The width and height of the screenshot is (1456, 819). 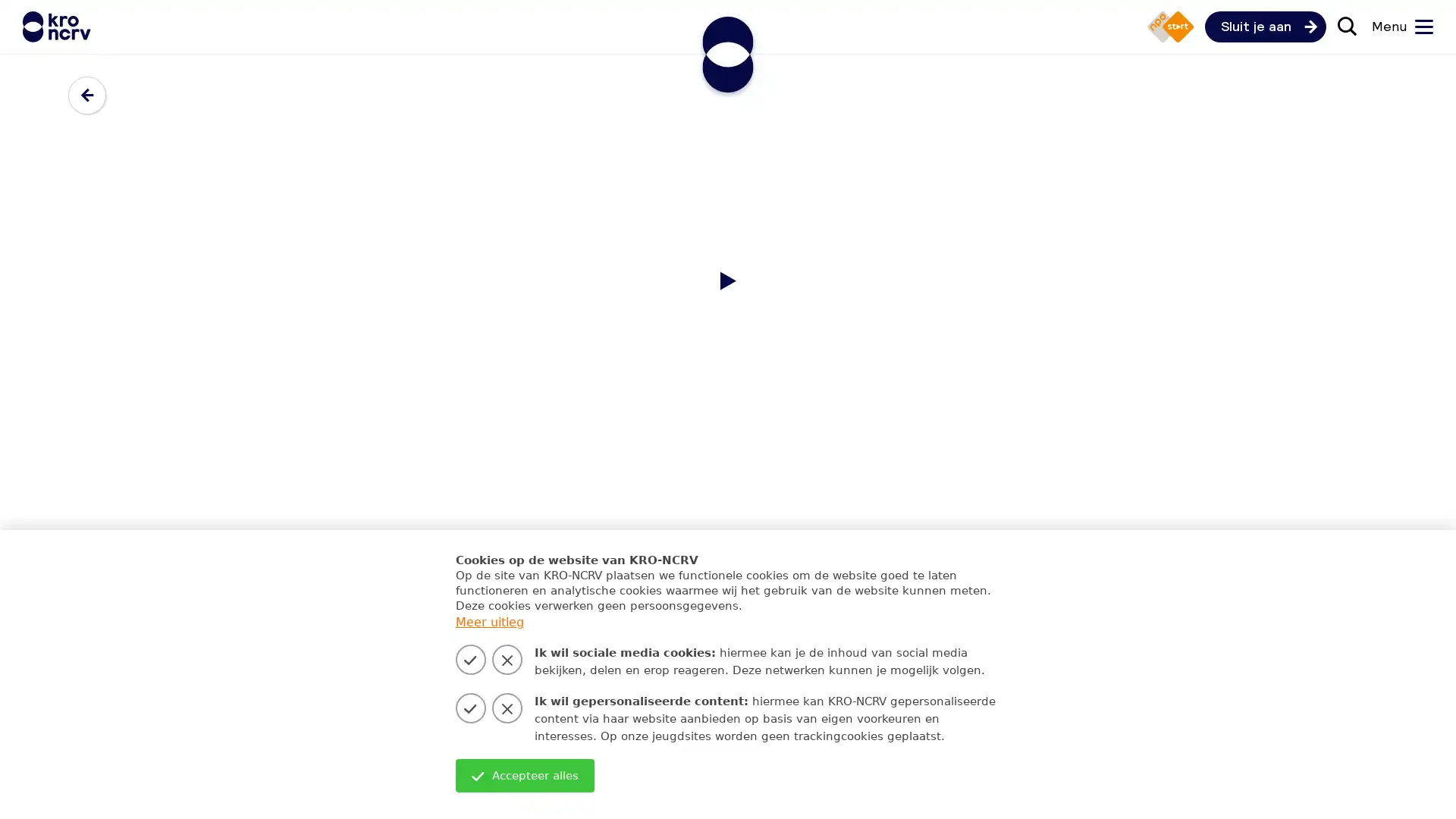 What do you see at coordinates (927, 225) in the screenshot?
I see `Zoeken` at bounding box center [927, 225].